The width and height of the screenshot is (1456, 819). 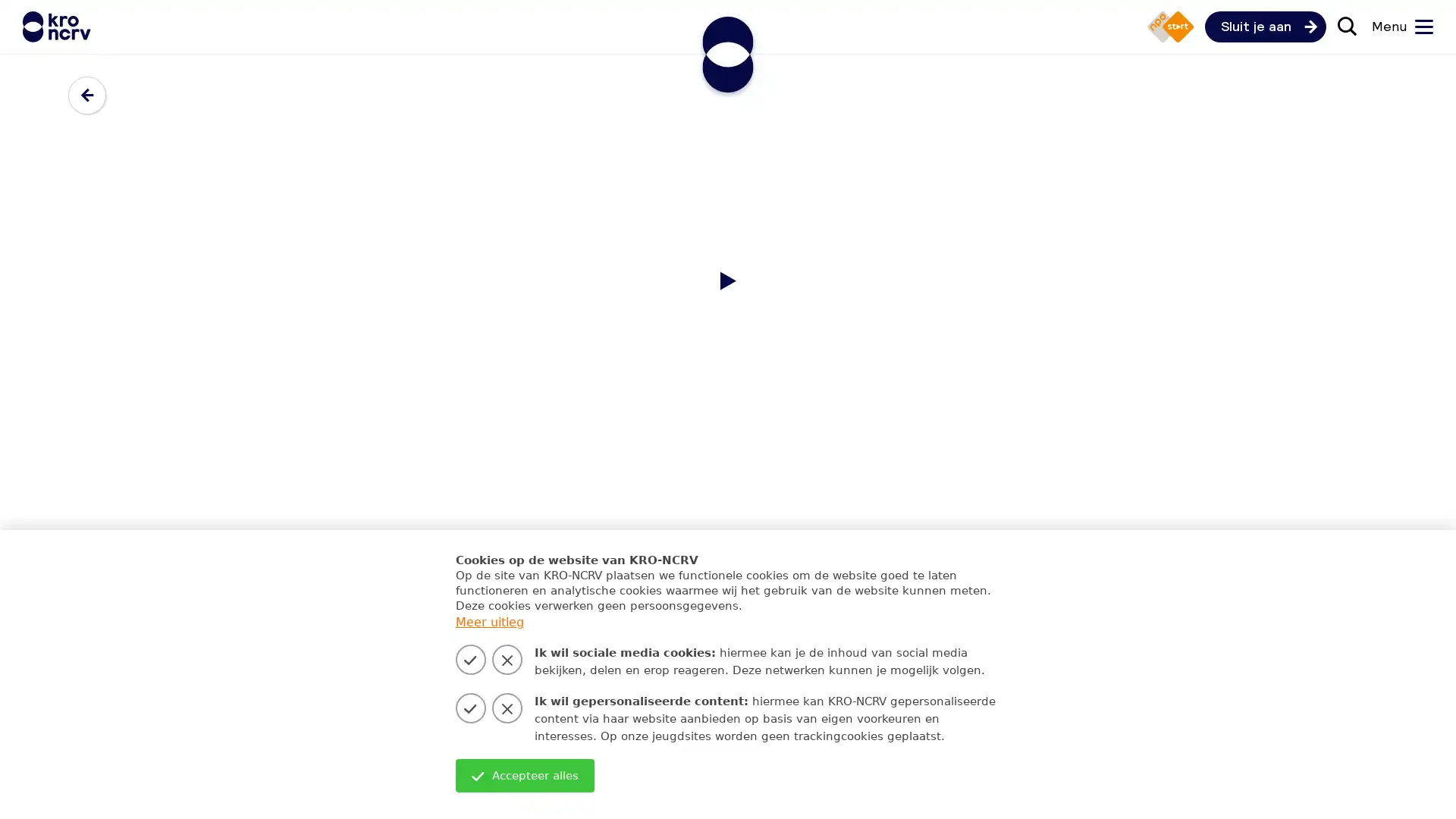 What do you see at coordinates (927, 225) in the screenshot?
I see `Zoeken` at bounding box center [927, 225].